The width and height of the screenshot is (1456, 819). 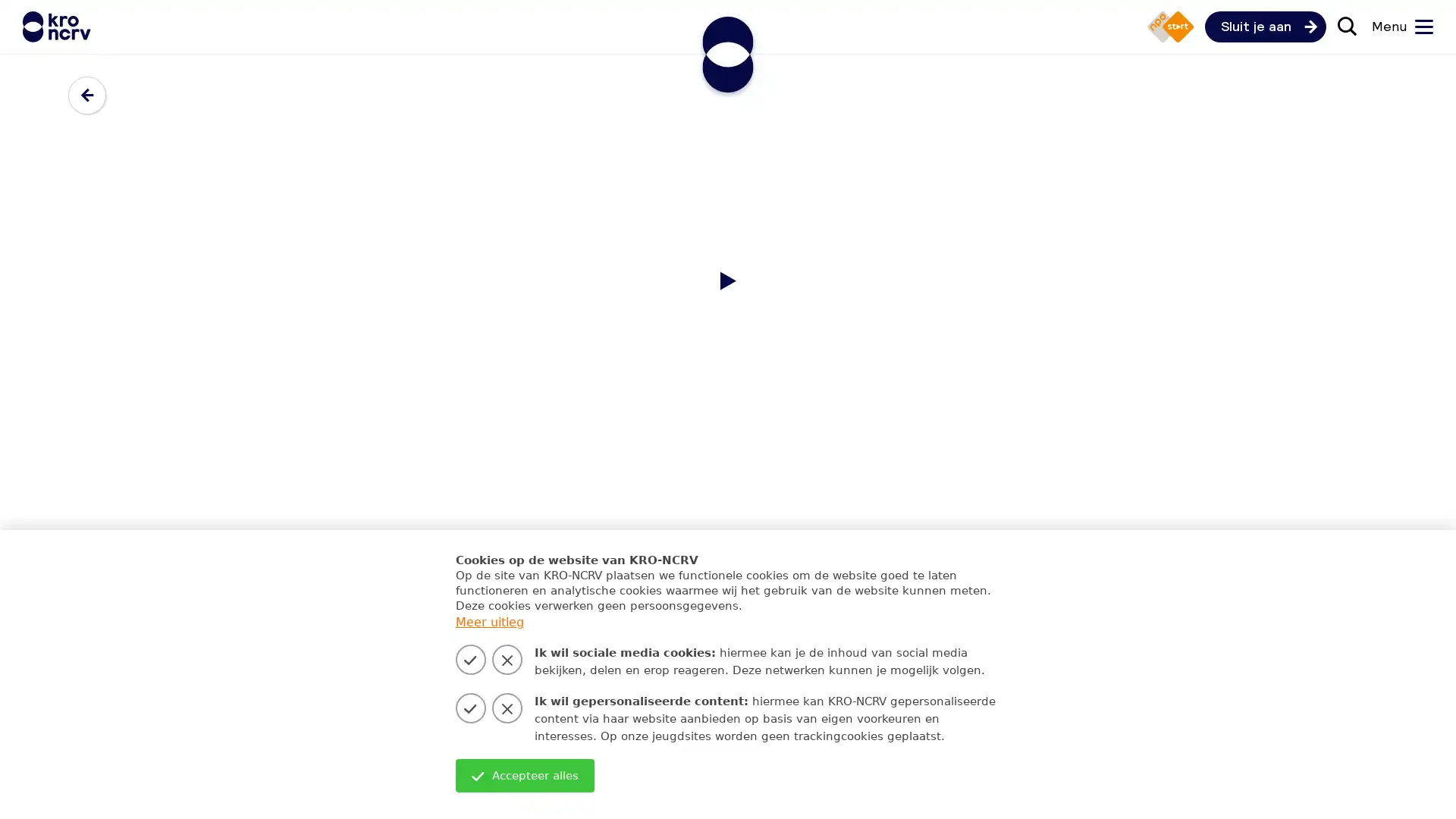 What do you see at coordinates (927, 225) in the screenshot?
I see `Zoeken` at bounding box center [927, 225].